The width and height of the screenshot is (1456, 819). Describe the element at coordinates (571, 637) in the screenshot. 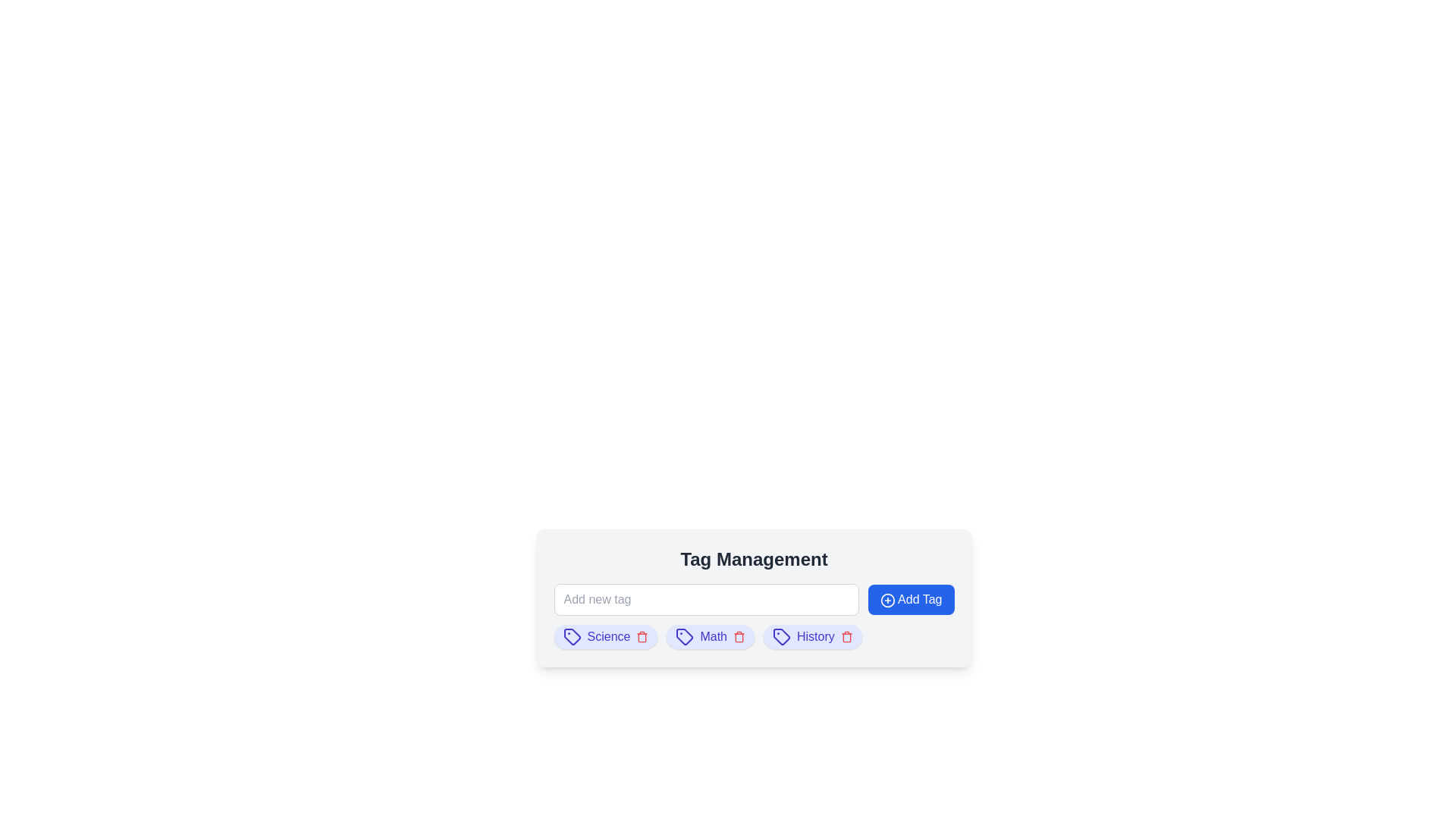

I see `icon representing a tag or category located in the first position under 'Tag Management.'` at that location.